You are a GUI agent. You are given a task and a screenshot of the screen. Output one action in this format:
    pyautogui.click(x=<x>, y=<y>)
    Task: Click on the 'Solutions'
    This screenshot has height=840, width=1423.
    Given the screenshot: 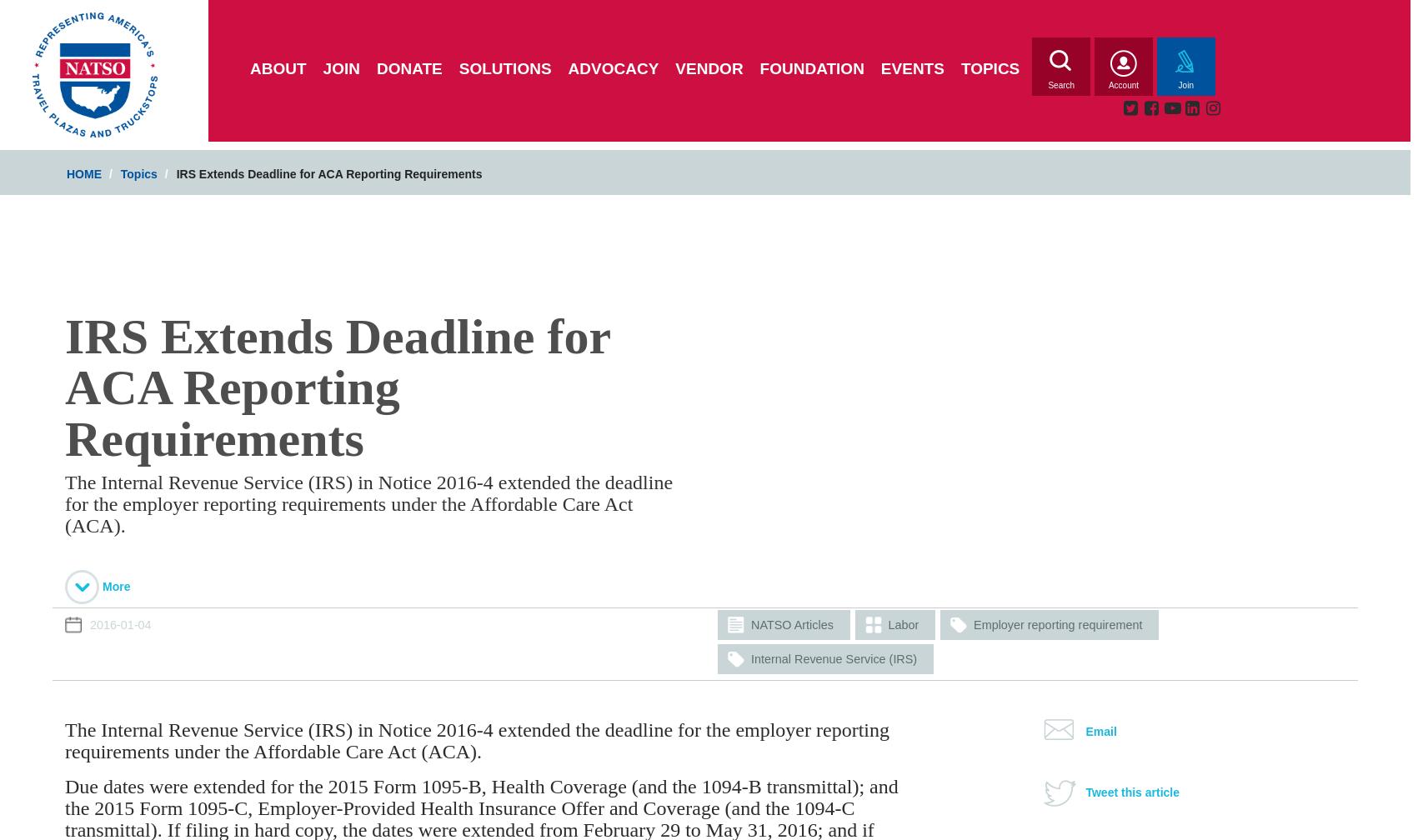 What is the action you would take?
    pyautogui.click(x=504, y=68)
    